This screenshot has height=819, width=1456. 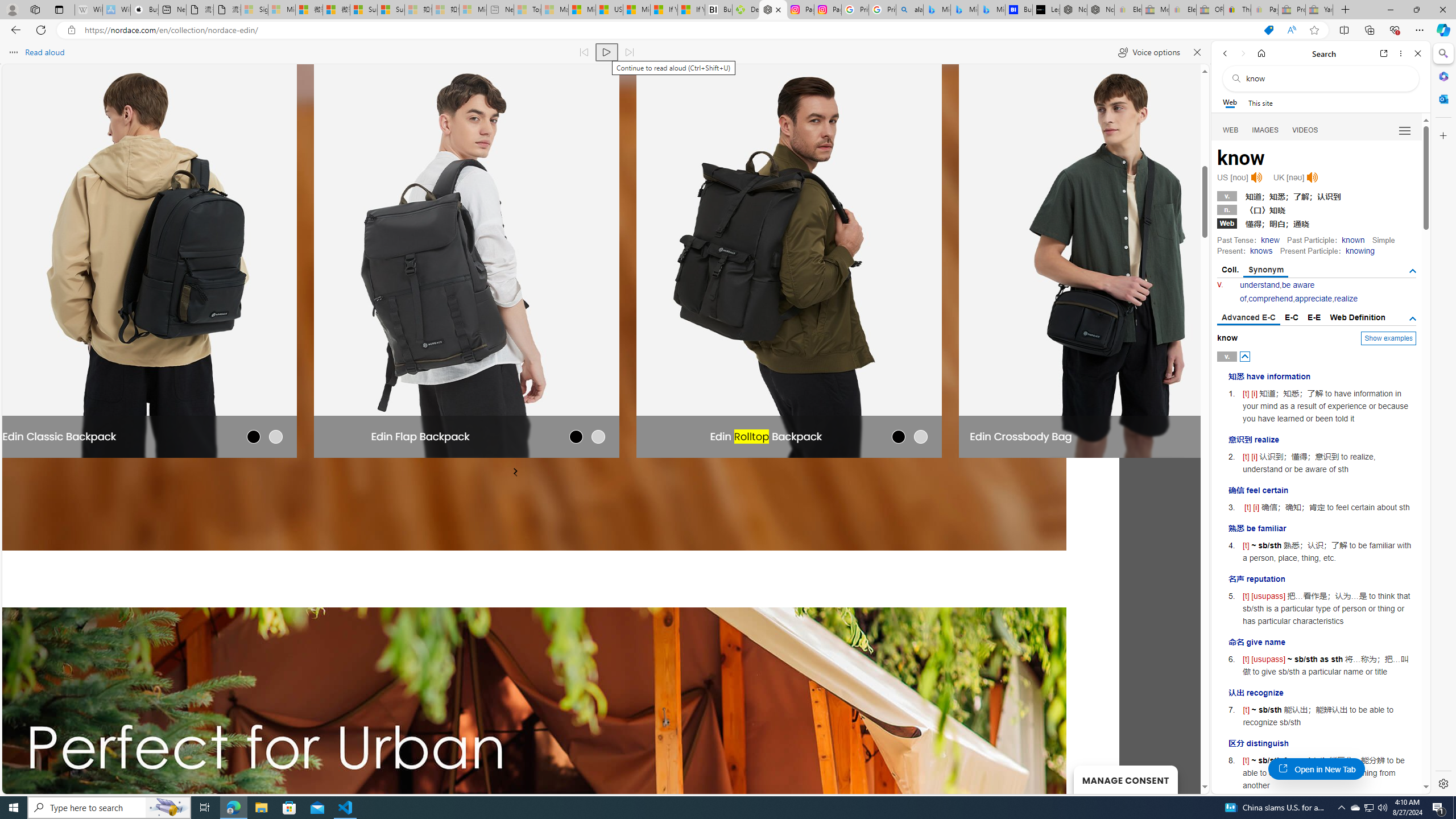 I want to click on 'More options', so click(x=1401, y=53).